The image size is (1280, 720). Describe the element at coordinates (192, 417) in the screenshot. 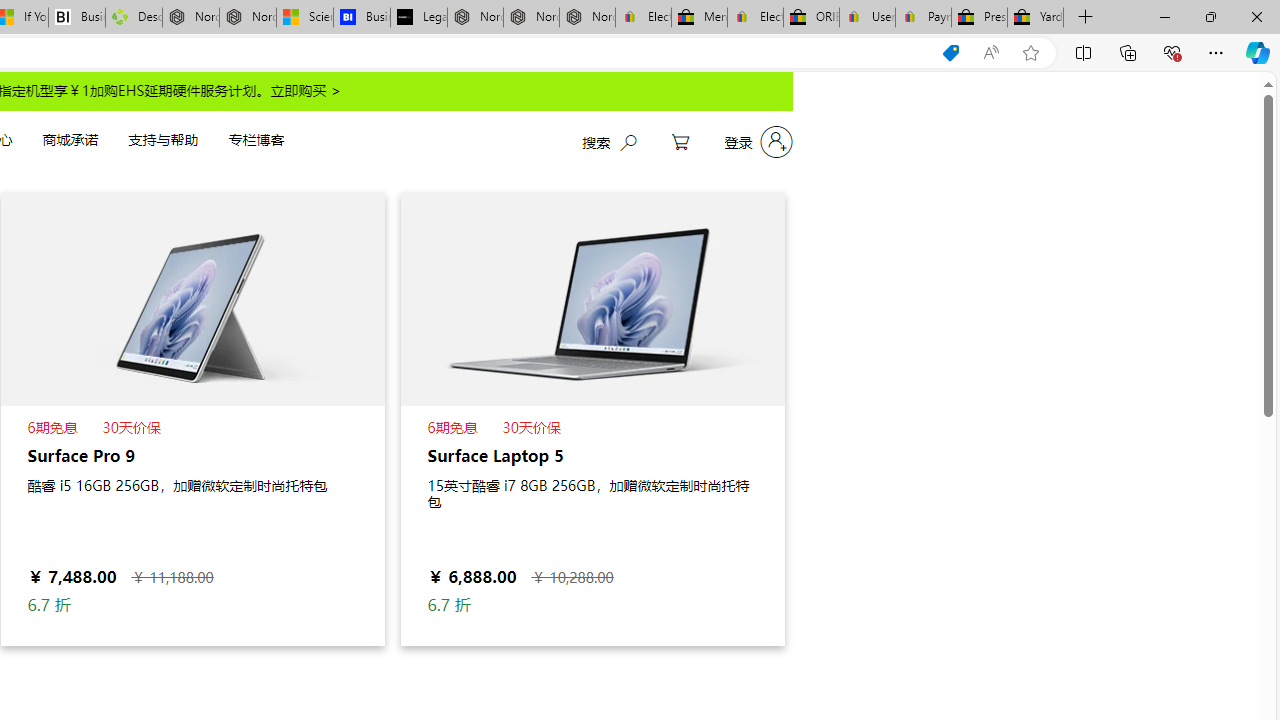

I see `'Surface Pro 9'` at that location.